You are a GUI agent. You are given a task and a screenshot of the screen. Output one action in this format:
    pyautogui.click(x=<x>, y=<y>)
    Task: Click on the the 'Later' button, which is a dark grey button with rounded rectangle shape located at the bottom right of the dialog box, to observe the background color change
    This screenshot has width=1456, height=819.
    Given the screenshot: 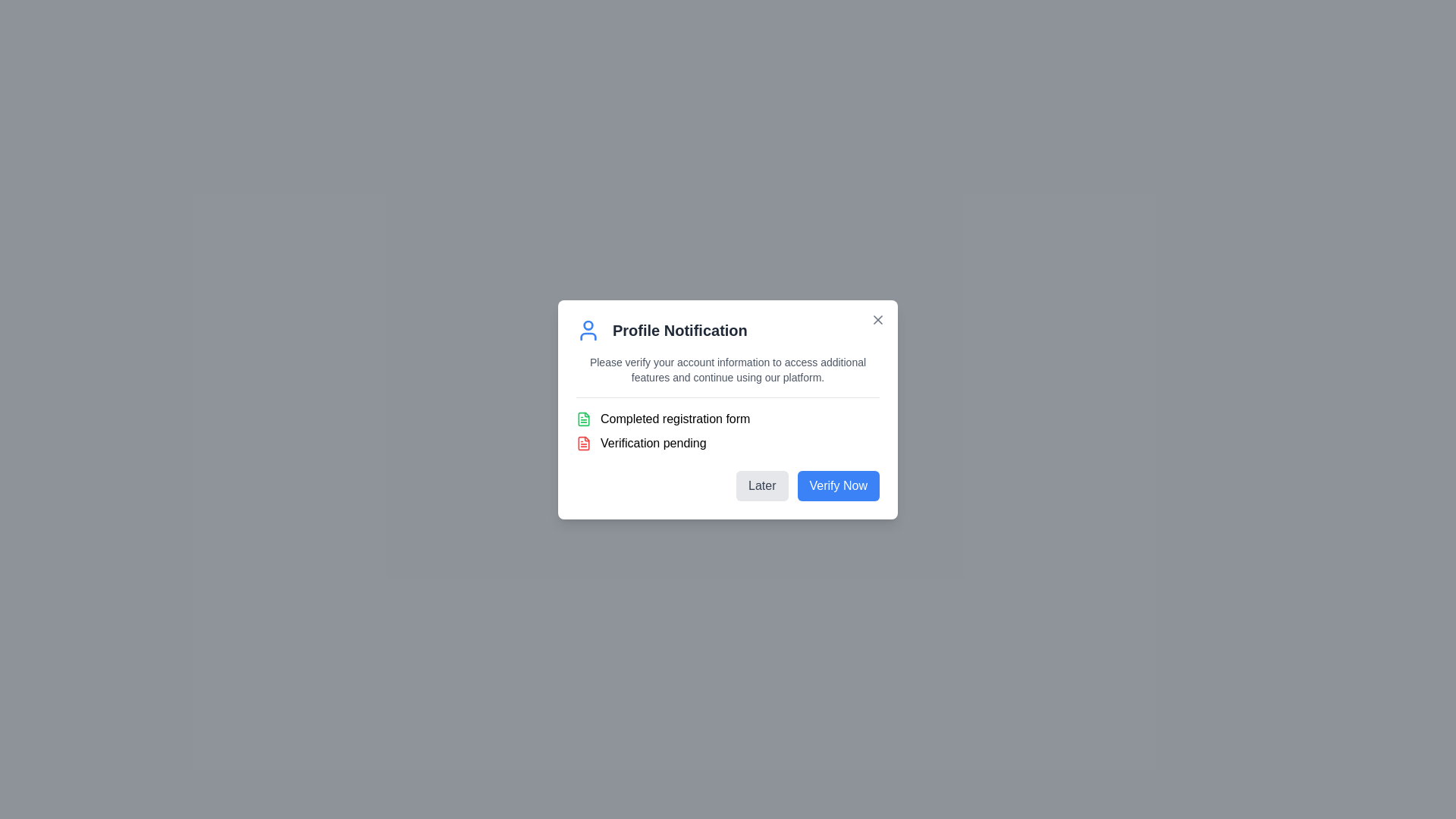 What is the action you would take?
    pyautogui.click(x=762, y=485)
    